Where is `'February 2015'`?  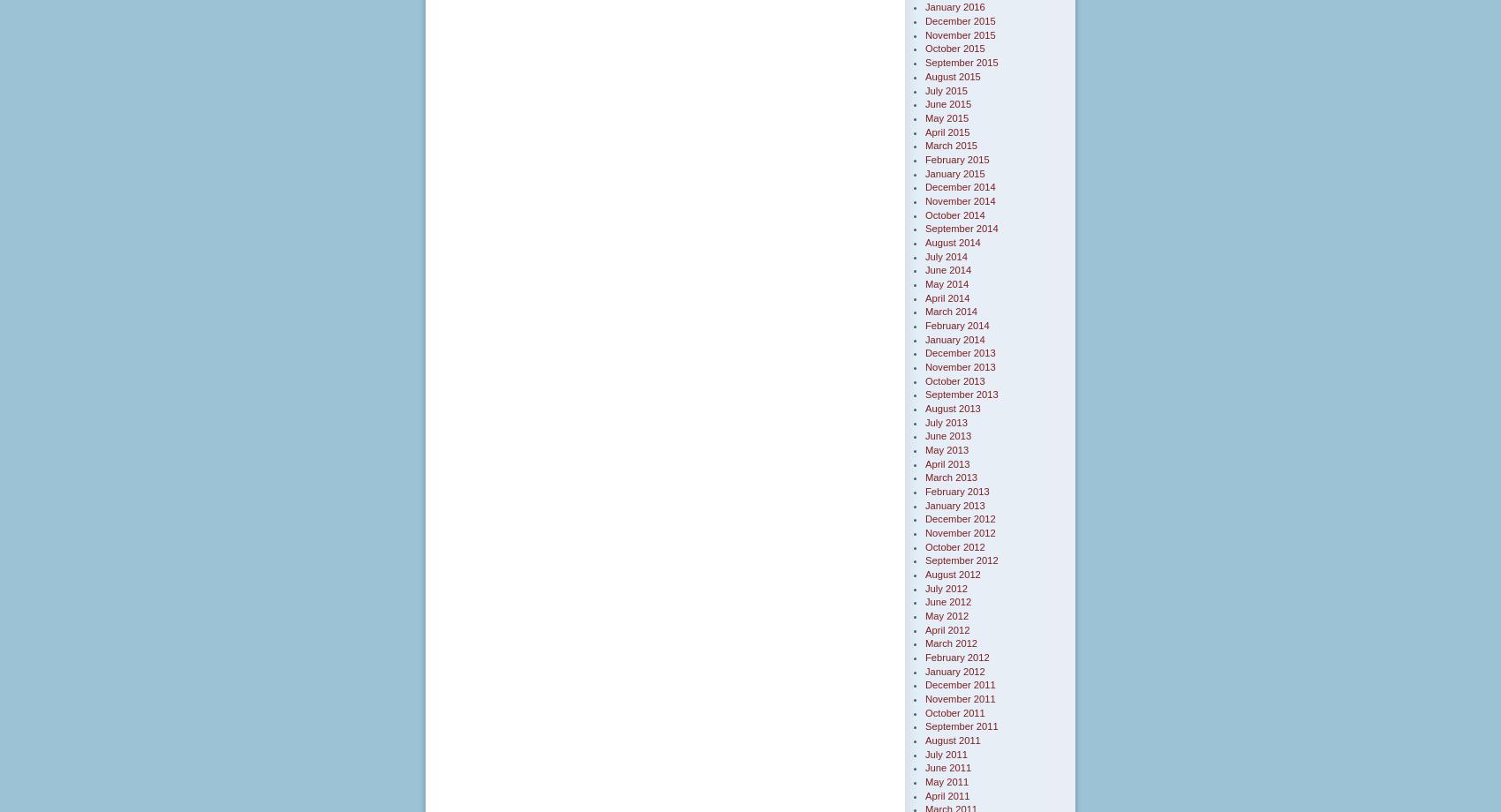
'February 2015' is located at coordinates (956, 158).